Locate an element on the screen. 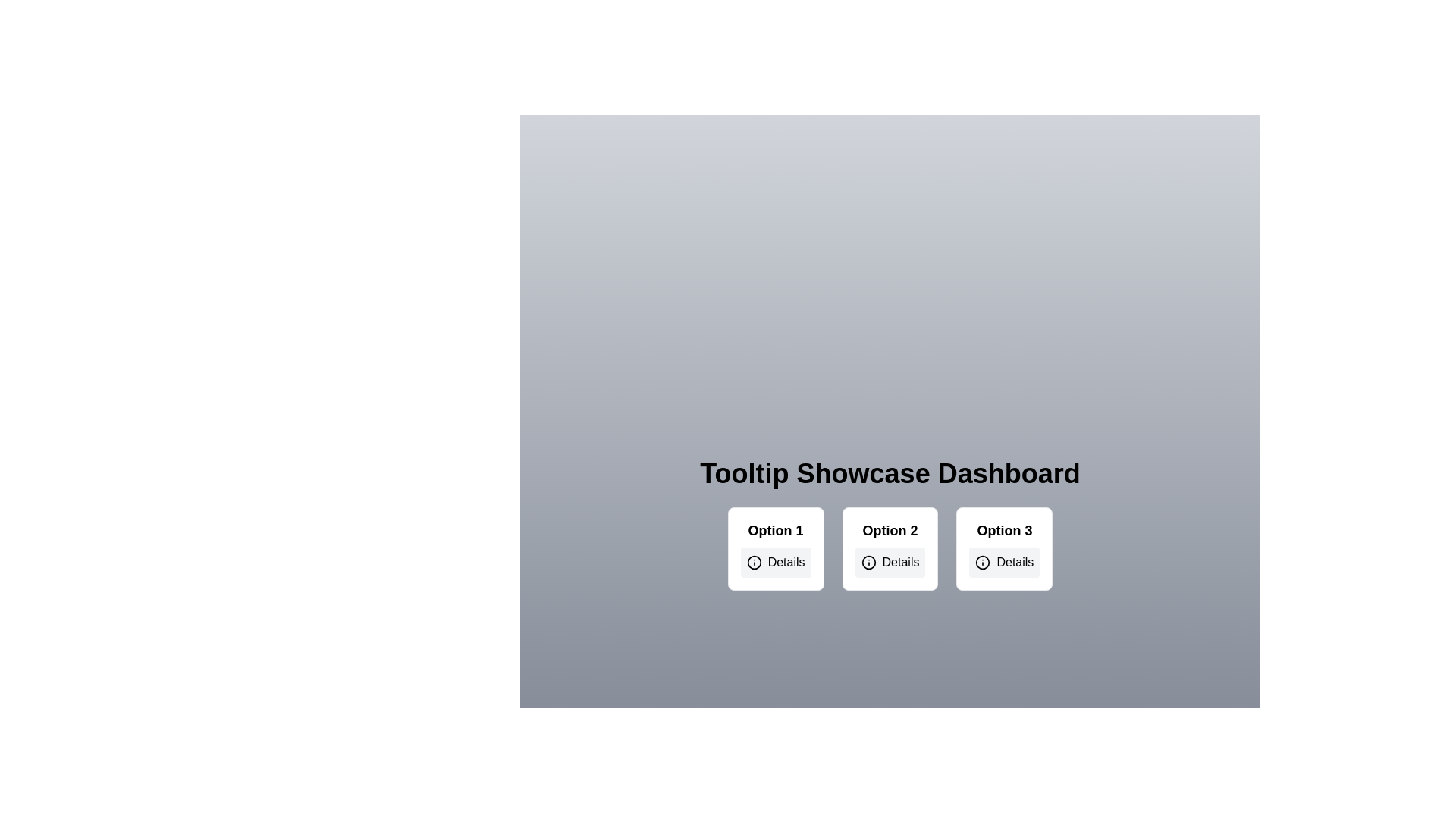 The height and width of the screenshot is (819, 1456). the decorative icon inside the leftmost 'Details' button beneath the 'Option 1' header is located at coordinates (754, 562).